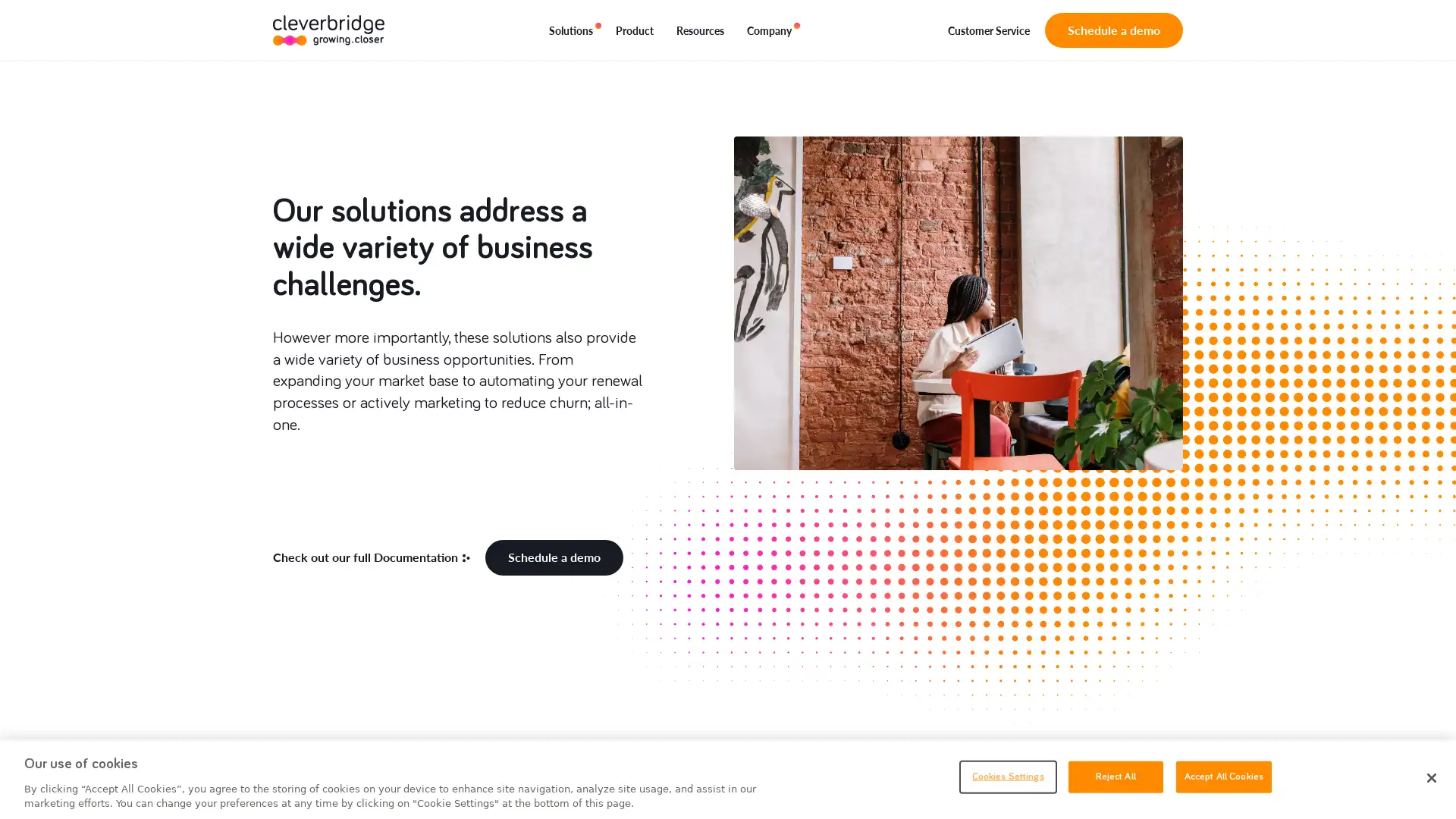 The width and height of the screenshot is (1456, 819). What do you see at coordinates (1007, 776) in the screenshot?
I see `Cookies Settings` at bounding box center [1007, 776].